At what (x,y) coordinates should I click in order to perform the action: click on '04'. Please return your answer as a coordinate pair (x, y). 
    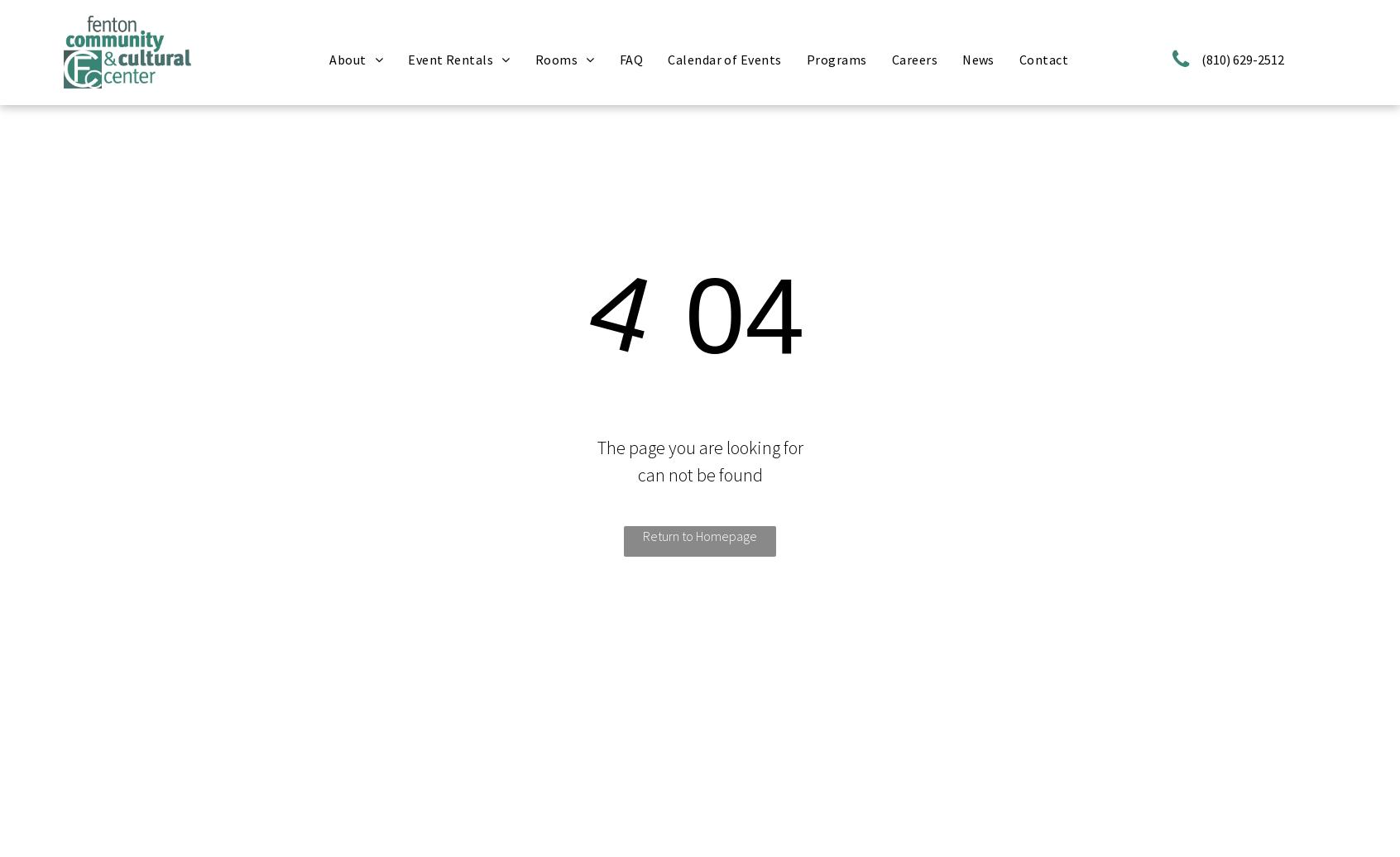
    Looking at the image, I should click on (728, 315).